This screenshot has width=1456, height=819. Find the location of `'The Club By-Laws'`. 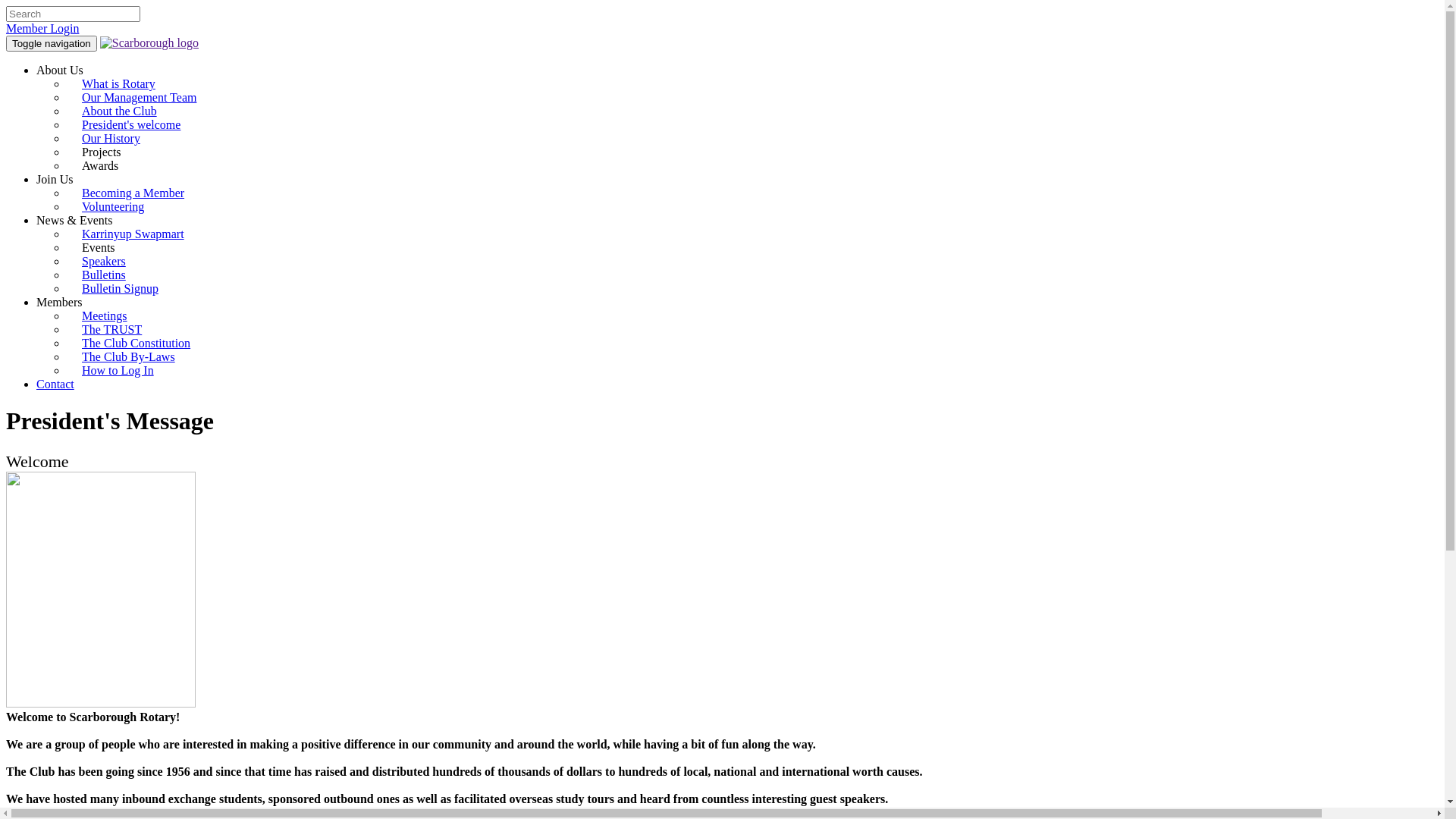

'The Club By-Laws' is located at coordinates (65, 356).